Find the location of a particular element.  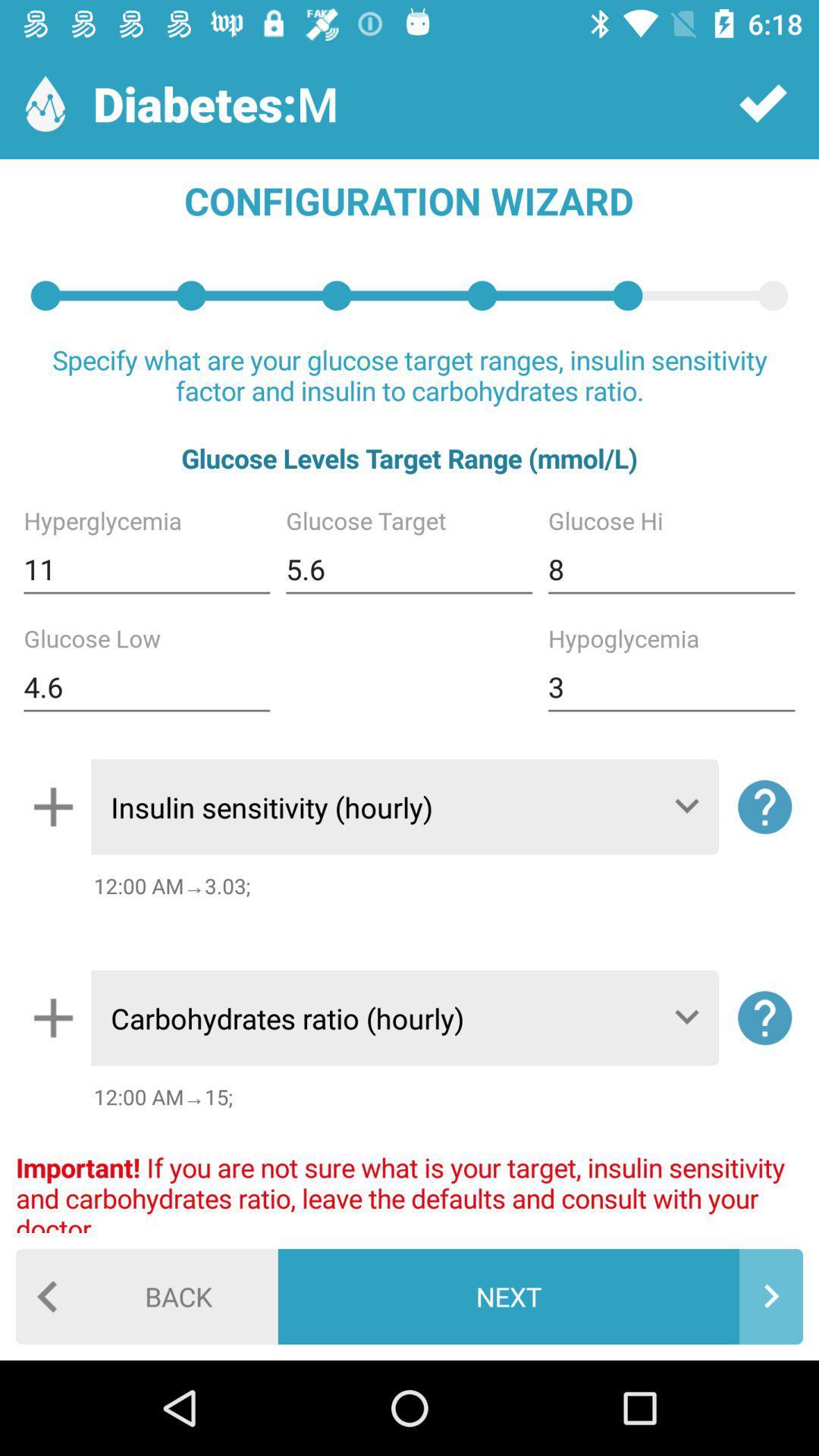

the icon to the right of back item is located at coordinates (539, 1295).